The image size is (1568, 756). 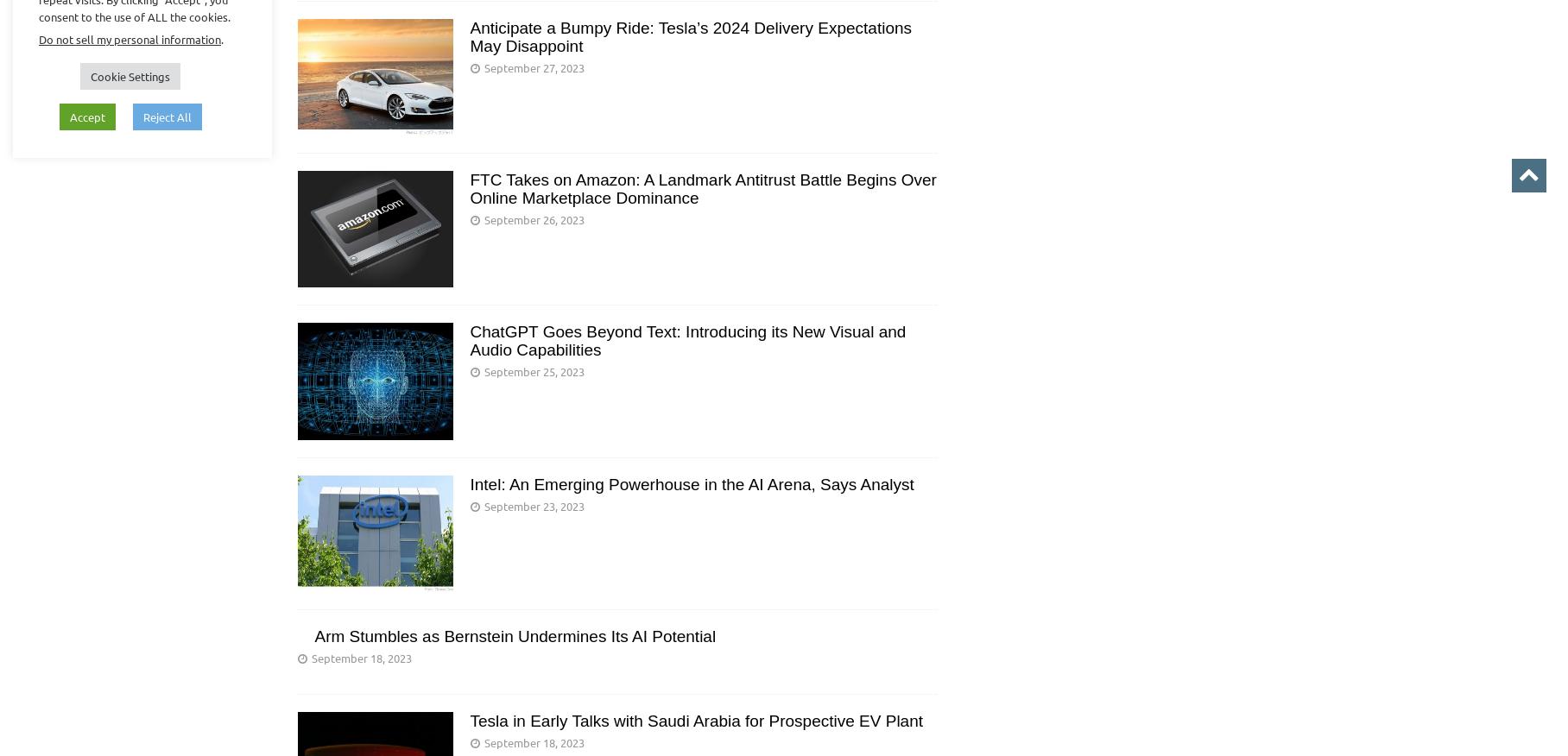 I want to click on 'FTC Takes on Amazon:  A Landmark Antitrust Battle Begins Over Online Marketplace Dominance', so click(x=701, y=189).